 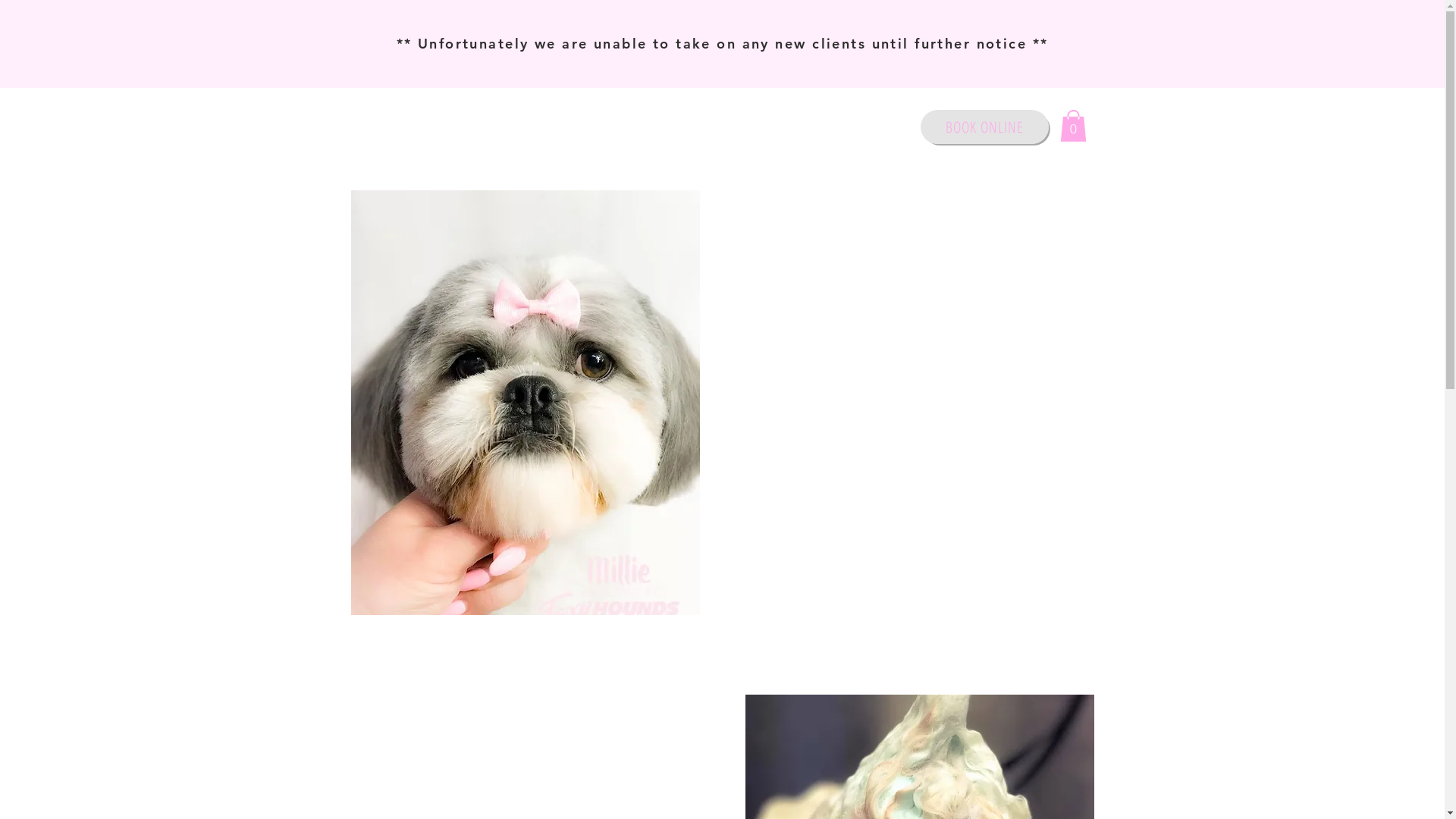 What do you see at coordinates (1059, 124) in the screenshot?
I see `'0'` at bounding box center [1059, 124].